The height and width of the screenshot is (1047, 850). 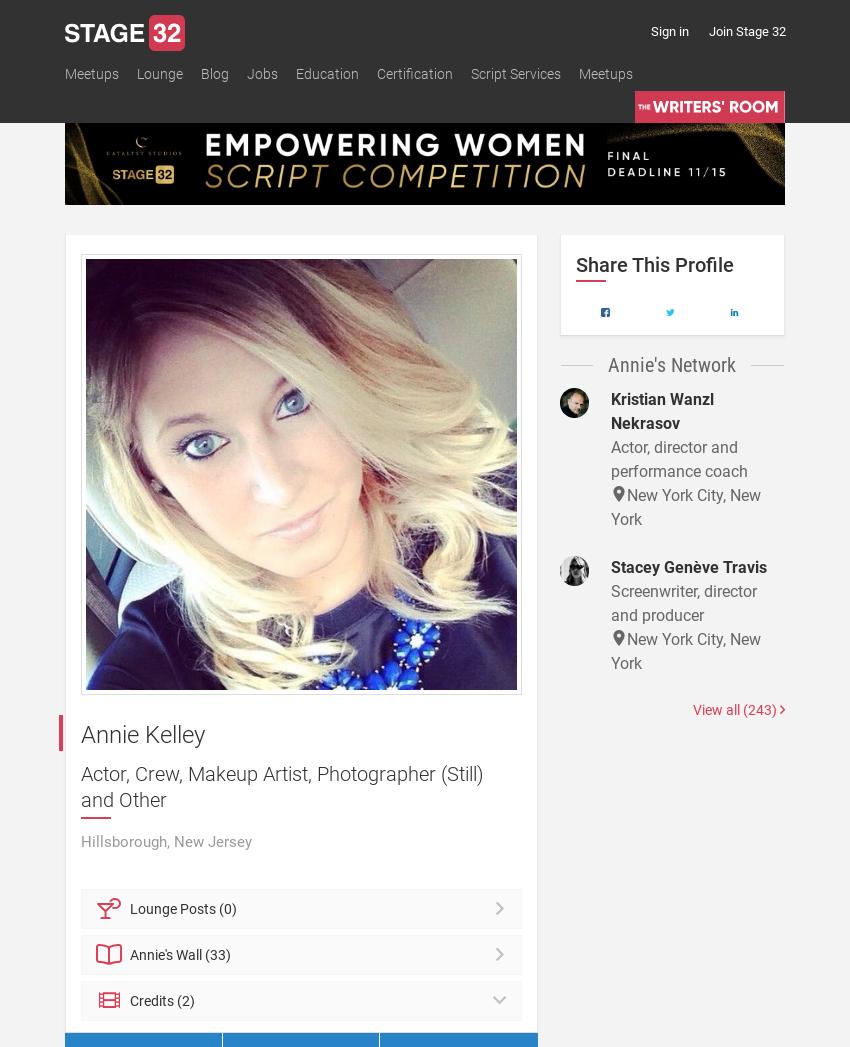 I want to click on 'Screenwriter, director and producer', so click(x=682, y=602).